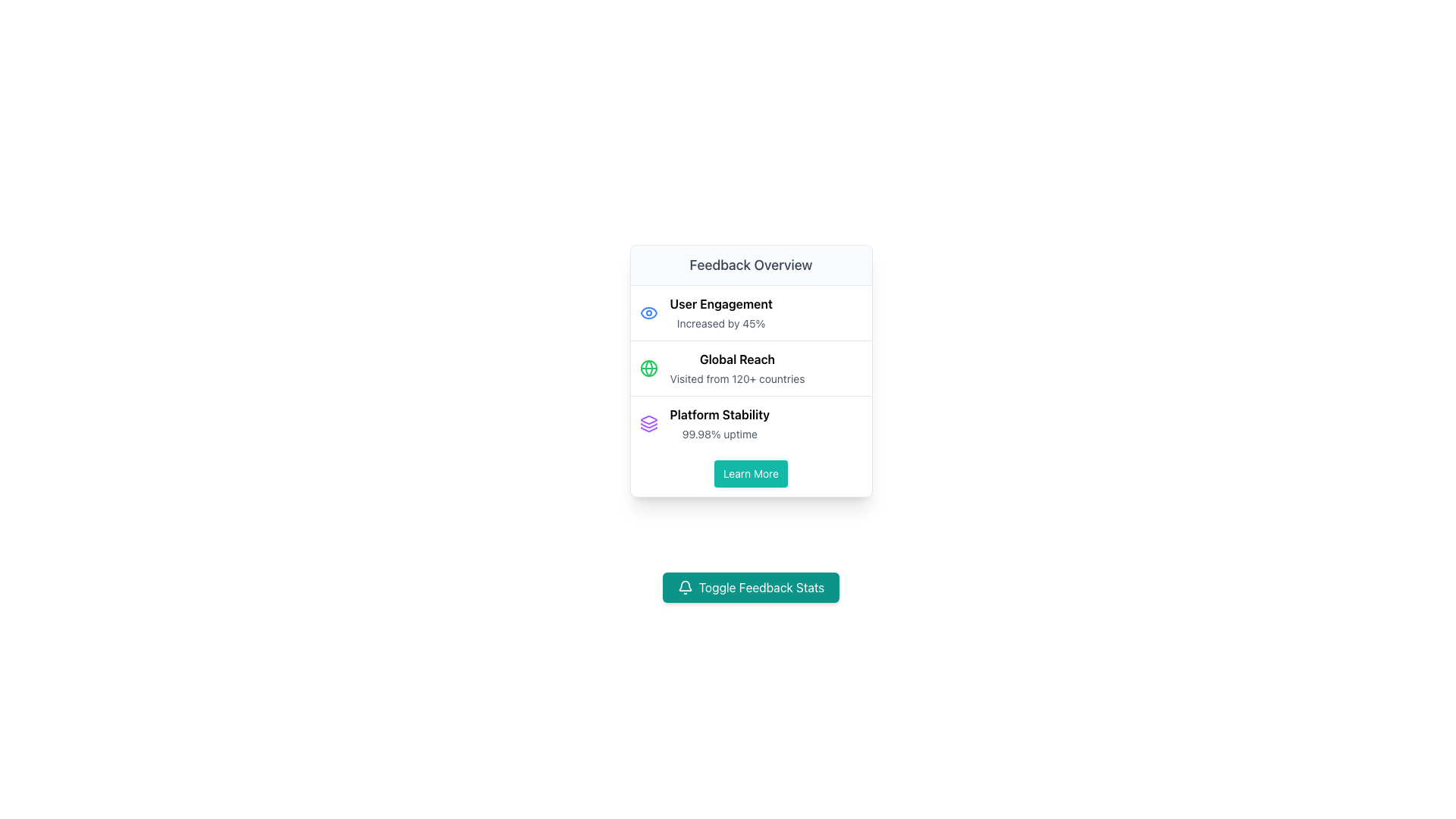 Image resolution: width=1456 pixels, height=819 pixels. I want to click on the text label displaying the uptime percentage related to platform stability in the 'Feedback Overview' section, located beneath 'Platform Stability', so click(719, 435).